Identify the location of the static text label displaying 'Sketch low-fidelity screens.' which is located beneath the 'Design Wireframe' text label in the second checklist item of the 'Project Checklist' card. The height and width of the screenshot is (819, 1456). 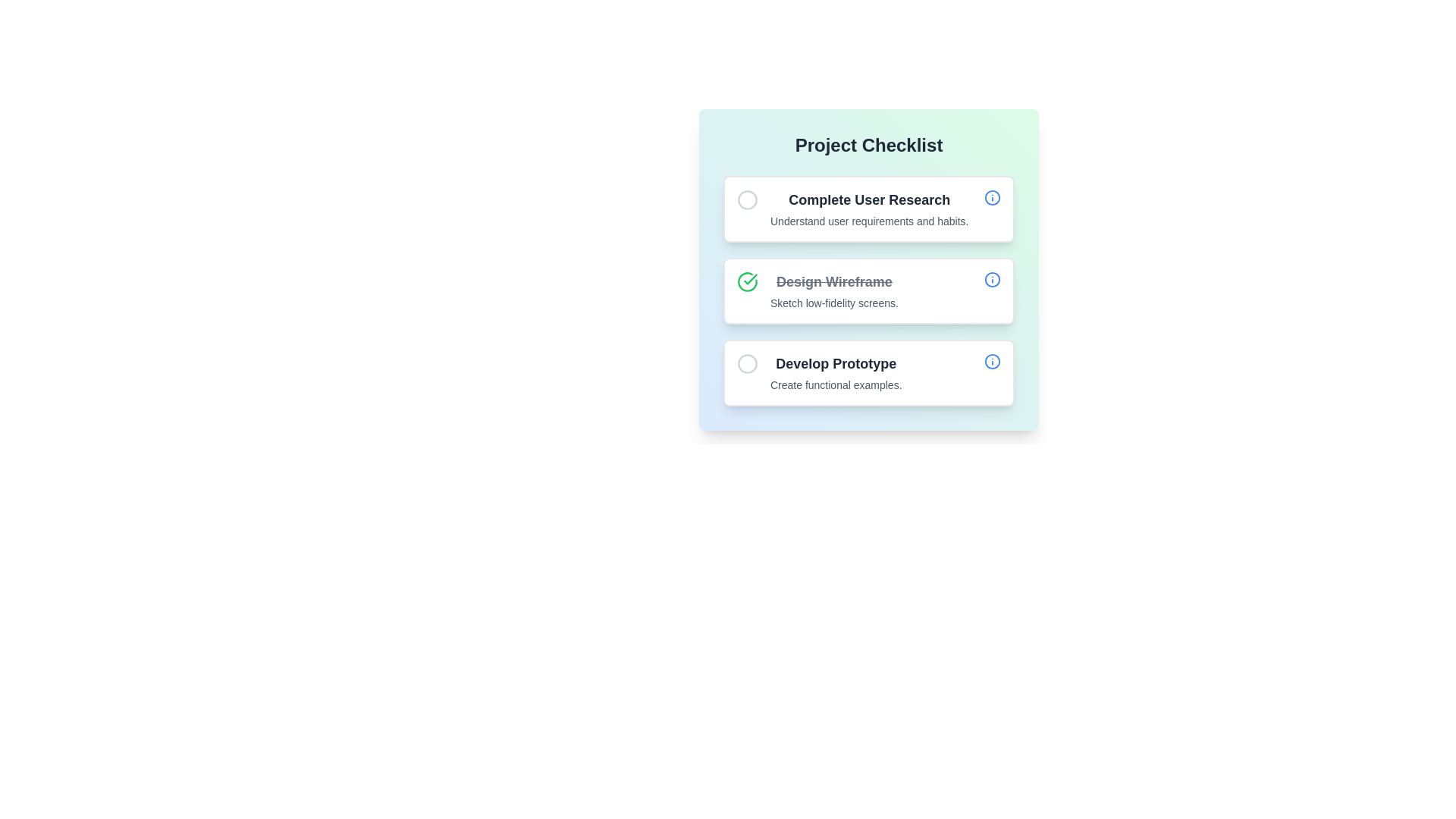
(833, 303).